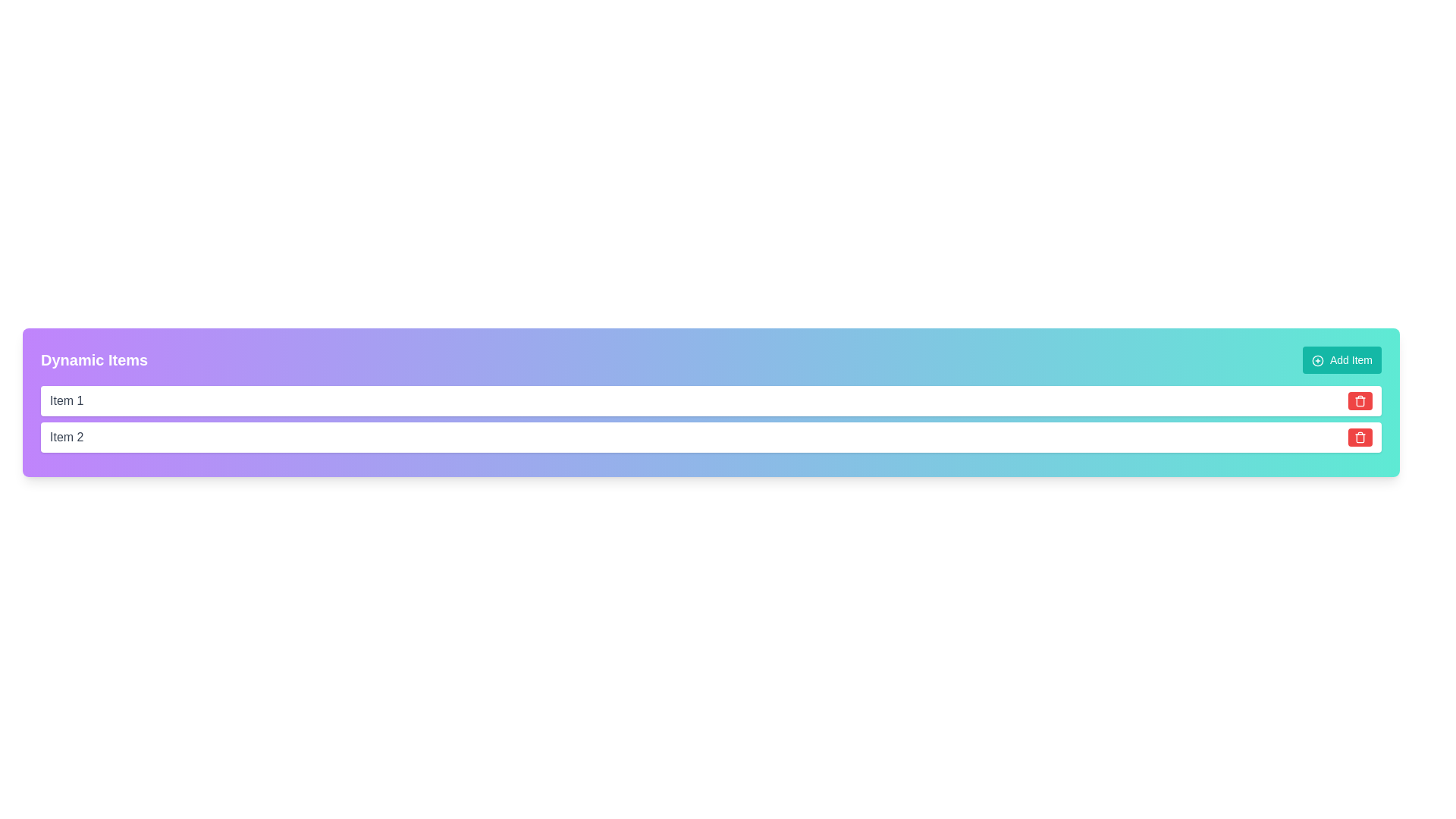  I want to click on the delete button located at the rightmost end of the row labeled 'Item 1', so click(1360, 400).